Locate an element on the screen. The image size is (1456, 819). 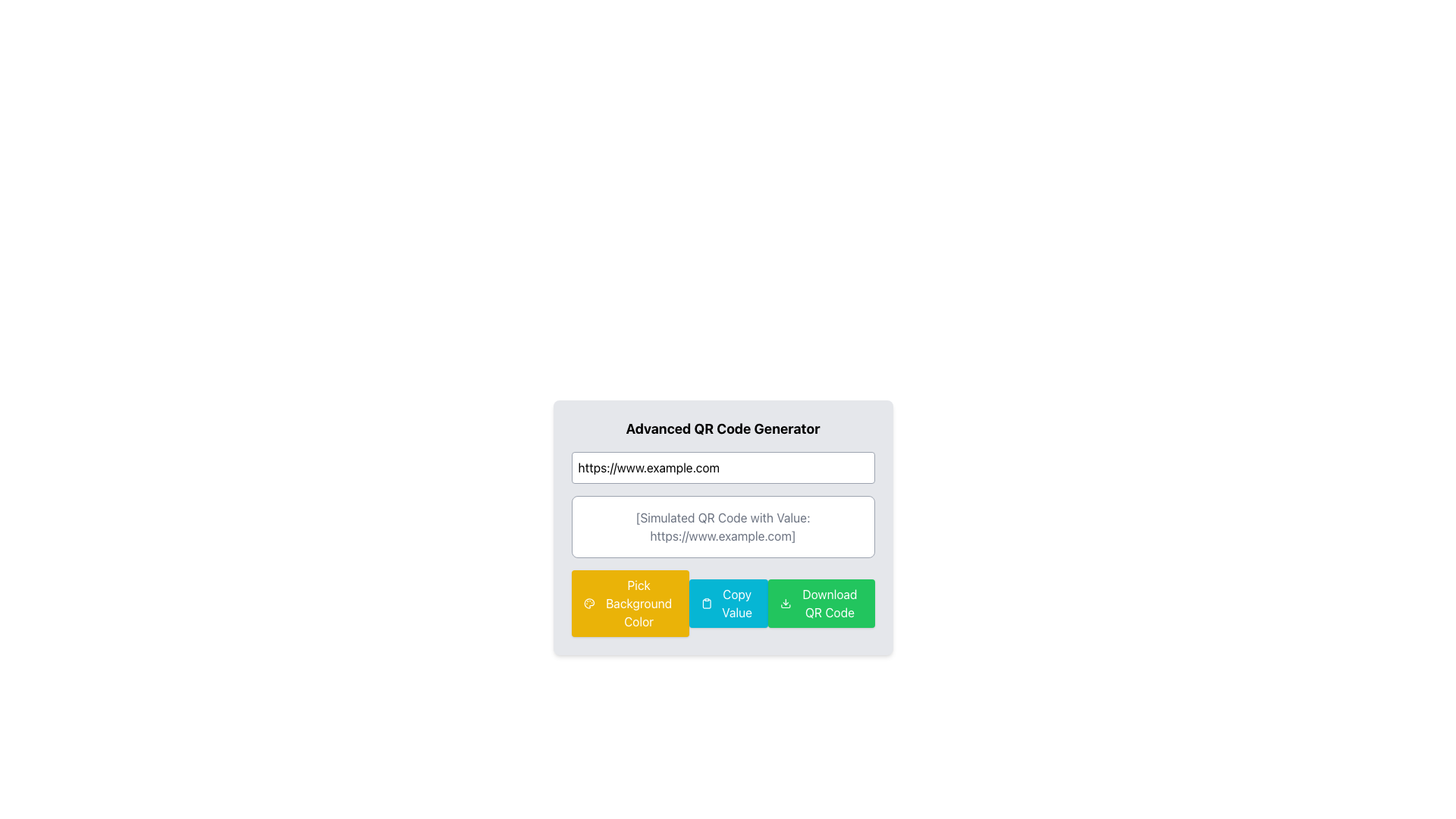
each button in the Button Group located at the bottom of the 'Advanced QR Code Generator' modal is located at coordinates (722, 602).